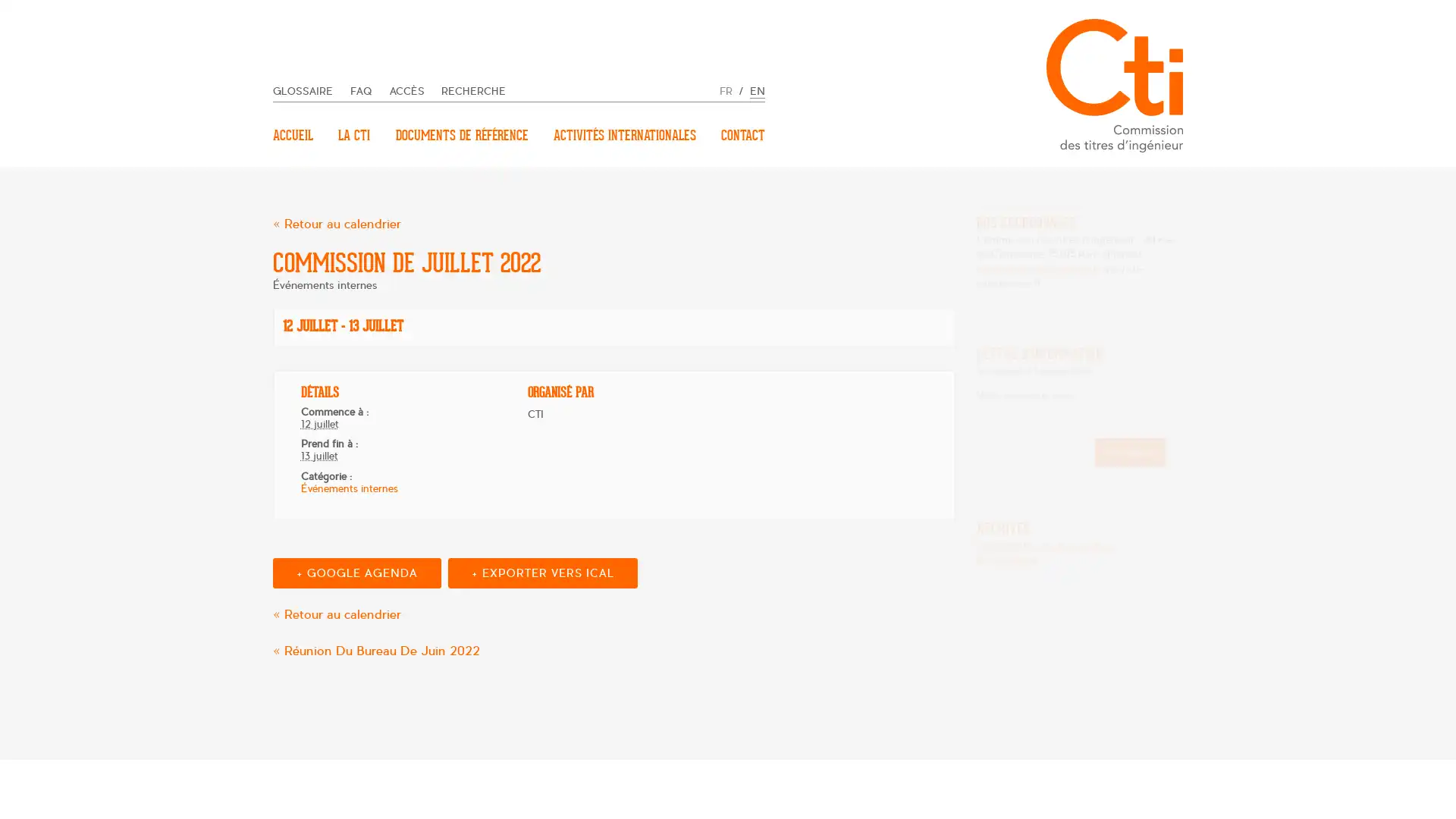 The image size is (1456, 819). Describe the element at coordinates (1136, 458) in the screenshot. I see `Inscription` at that location.